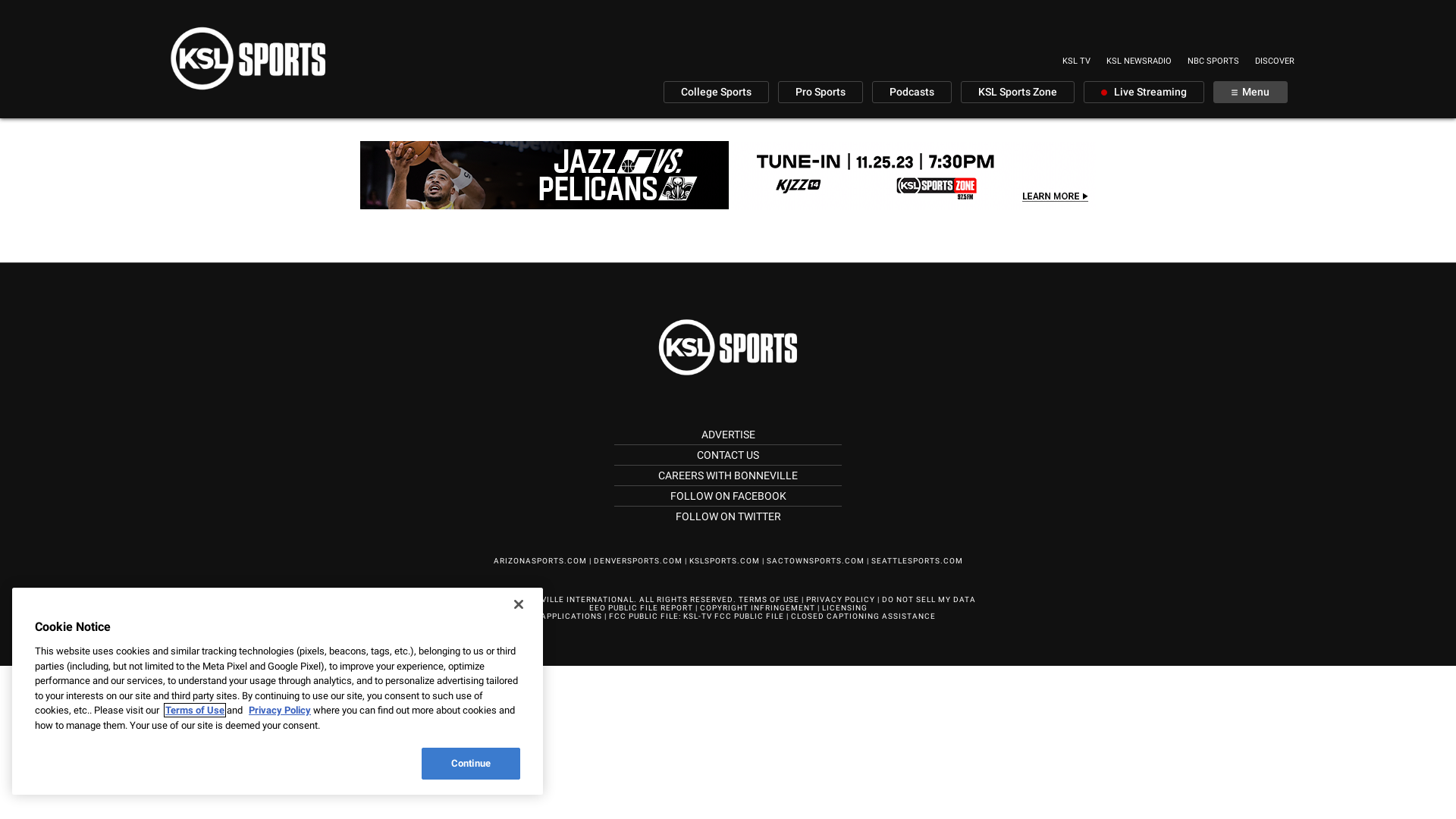 Image resolution: width=1456 pixels, height=819 pixels. I want to click on 'FOLLOW ON TWITTER', so click(726, 516).